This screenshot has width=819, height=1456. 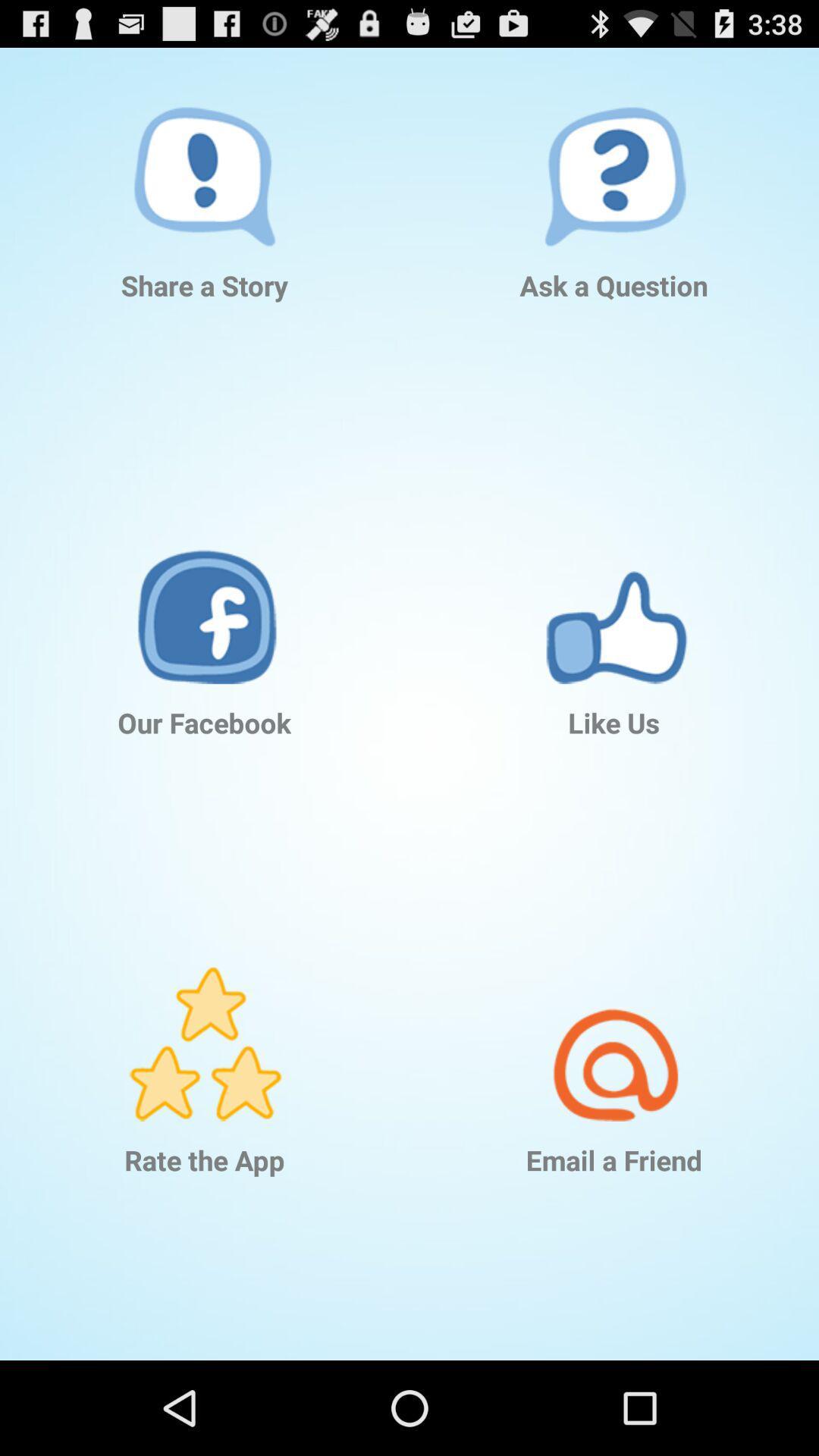 What do you see at coordinates (205, 584) in the screenshot?
I see `the icon above our facebook icon` at bounding box center [205, 584].